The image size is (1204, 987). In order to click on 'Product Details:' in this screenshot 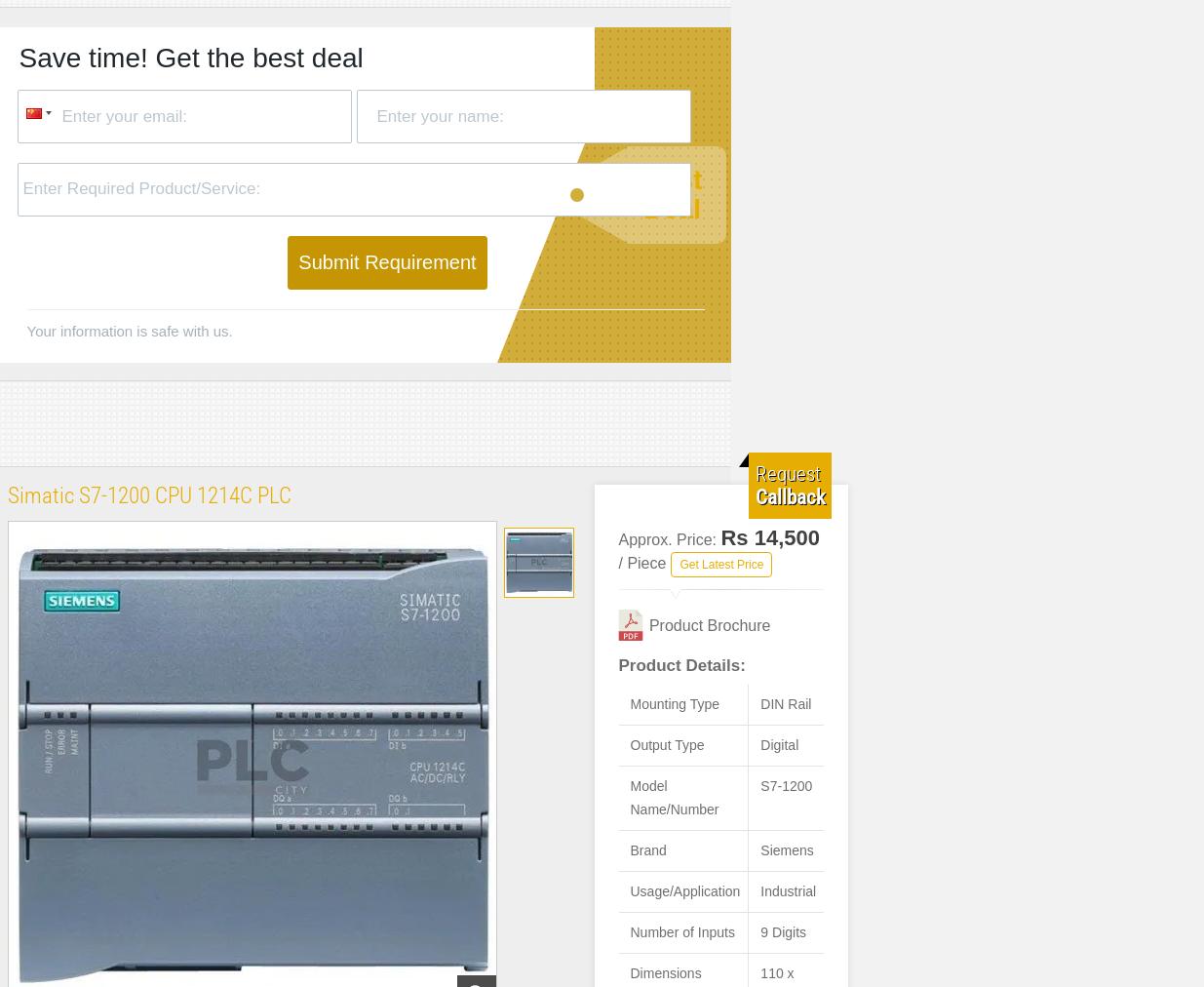, I will do `click(681, 665)`.